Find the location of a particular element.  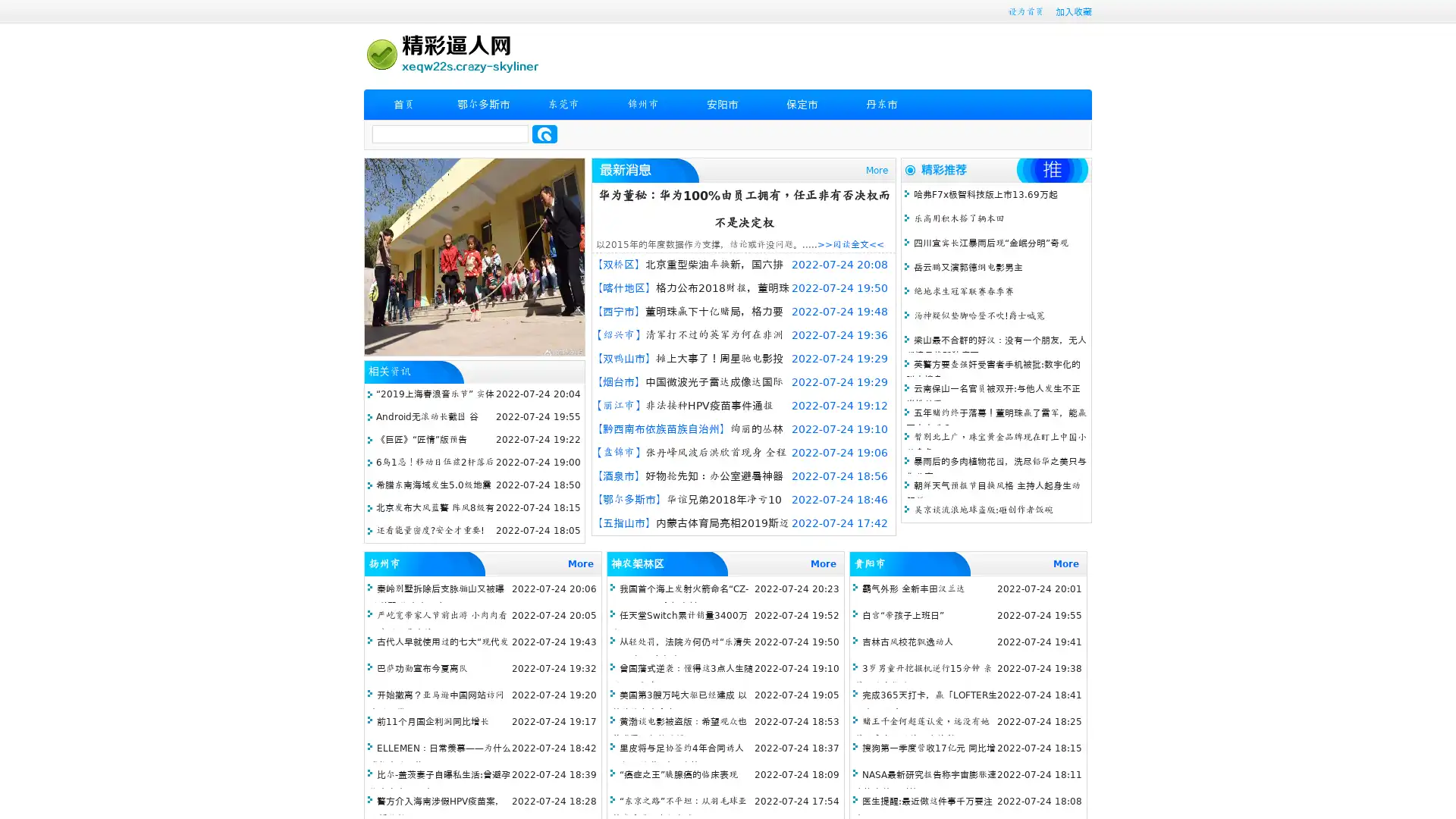

Search is located at coordinates (544, 133).